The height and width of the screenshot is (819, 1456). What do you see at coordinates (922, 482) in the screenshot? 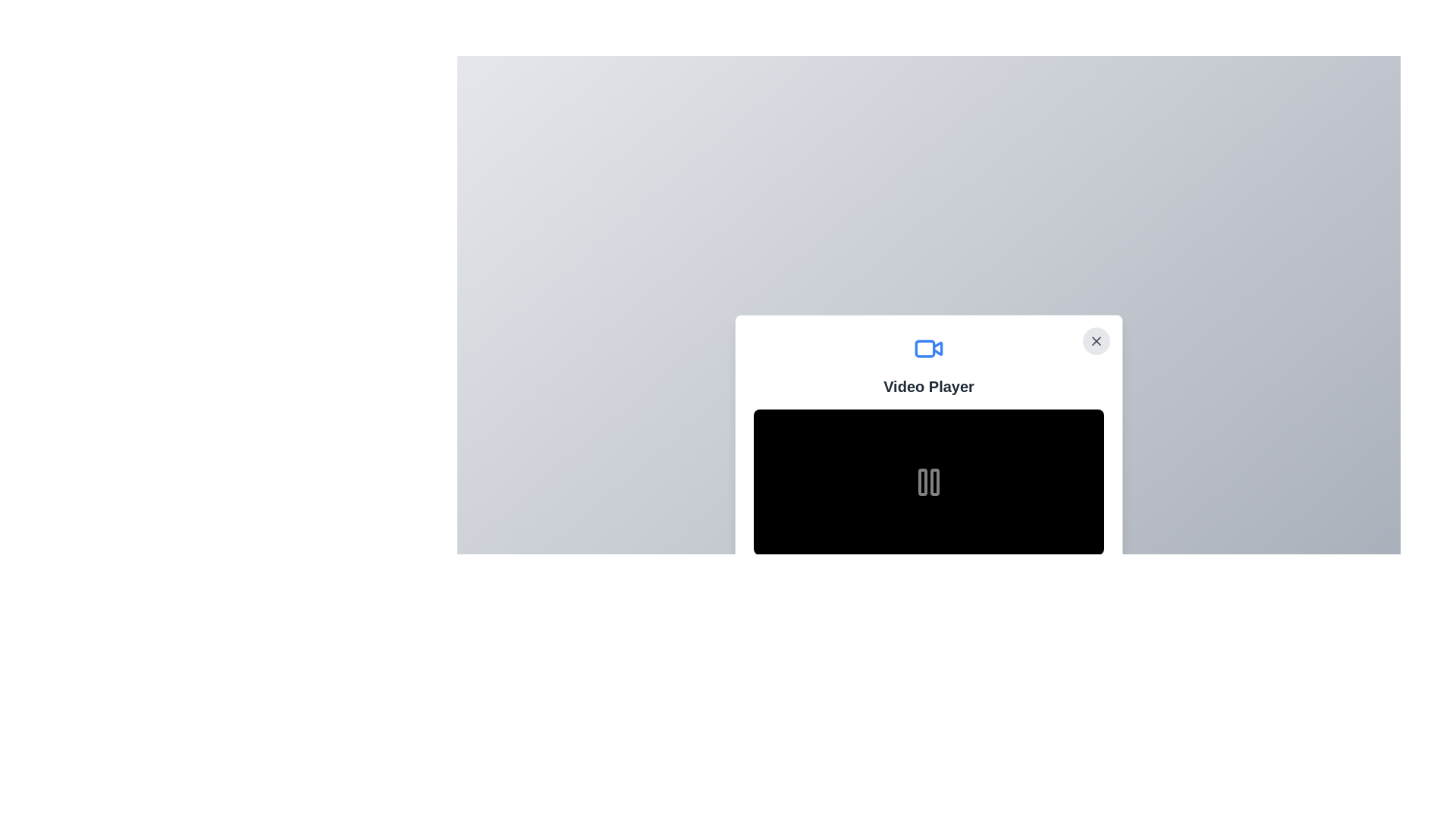
I see `the left bar of the pause button icon, which is a vertical rectangular bar with rounded corners located within the video player control area` at bounding box center [922, 482].